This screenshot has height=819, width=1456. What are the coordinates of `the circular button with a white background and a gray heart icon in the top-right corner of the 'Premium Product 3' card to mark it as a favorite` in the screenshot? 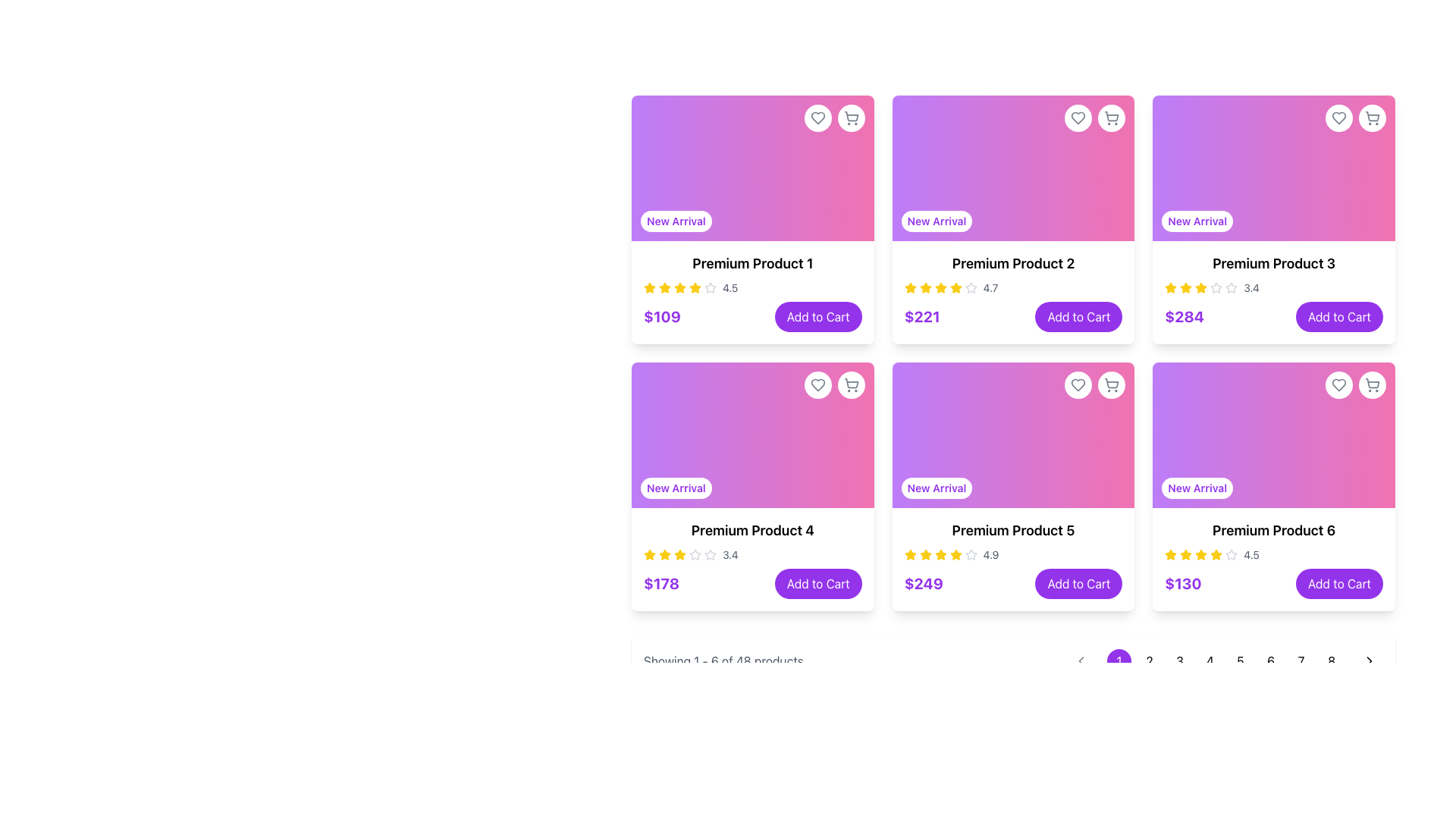 It's located at (1339, 117).